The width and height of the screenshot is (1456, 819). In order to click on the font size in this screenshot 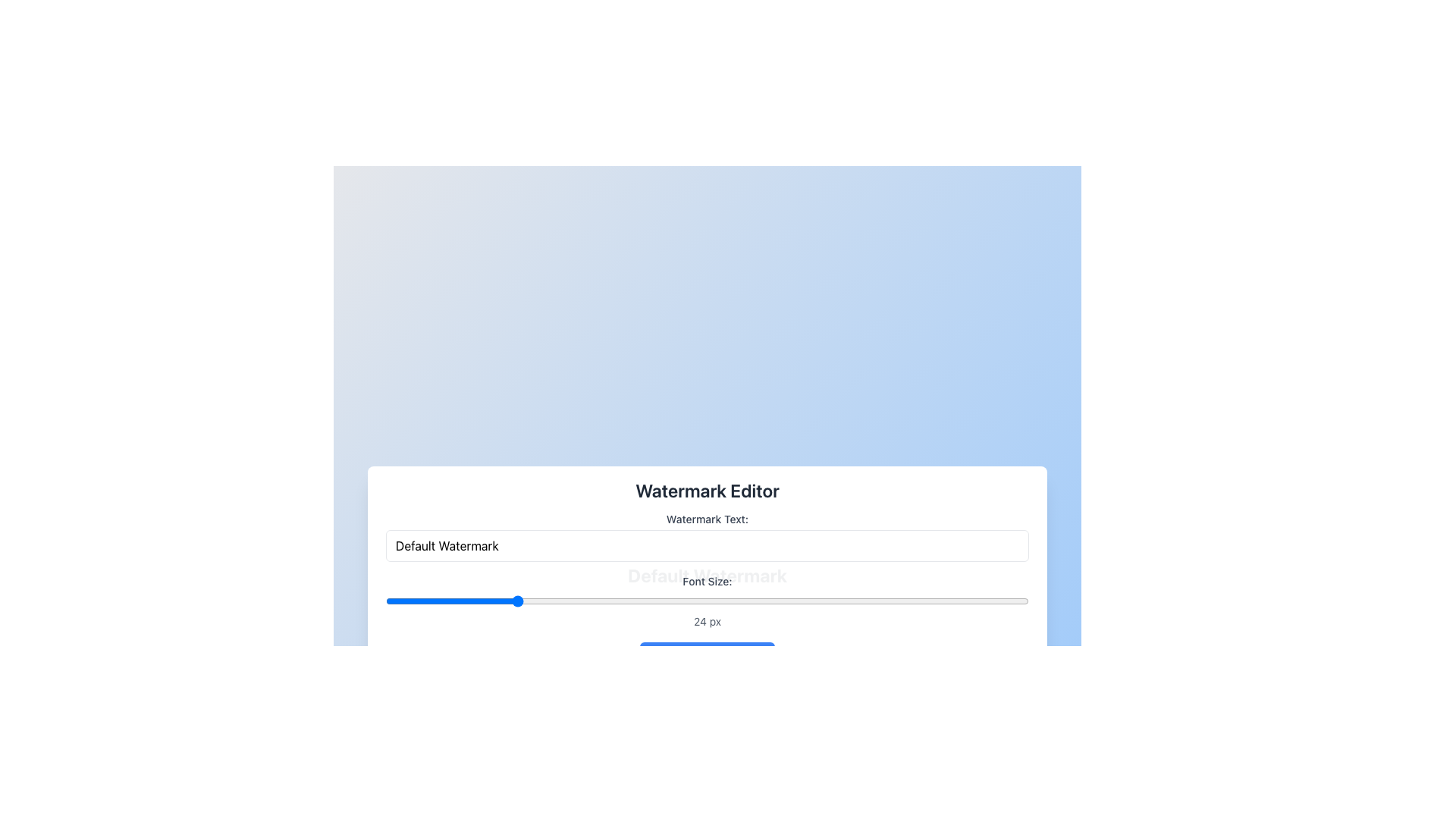, I will do `click(569, 601)`.